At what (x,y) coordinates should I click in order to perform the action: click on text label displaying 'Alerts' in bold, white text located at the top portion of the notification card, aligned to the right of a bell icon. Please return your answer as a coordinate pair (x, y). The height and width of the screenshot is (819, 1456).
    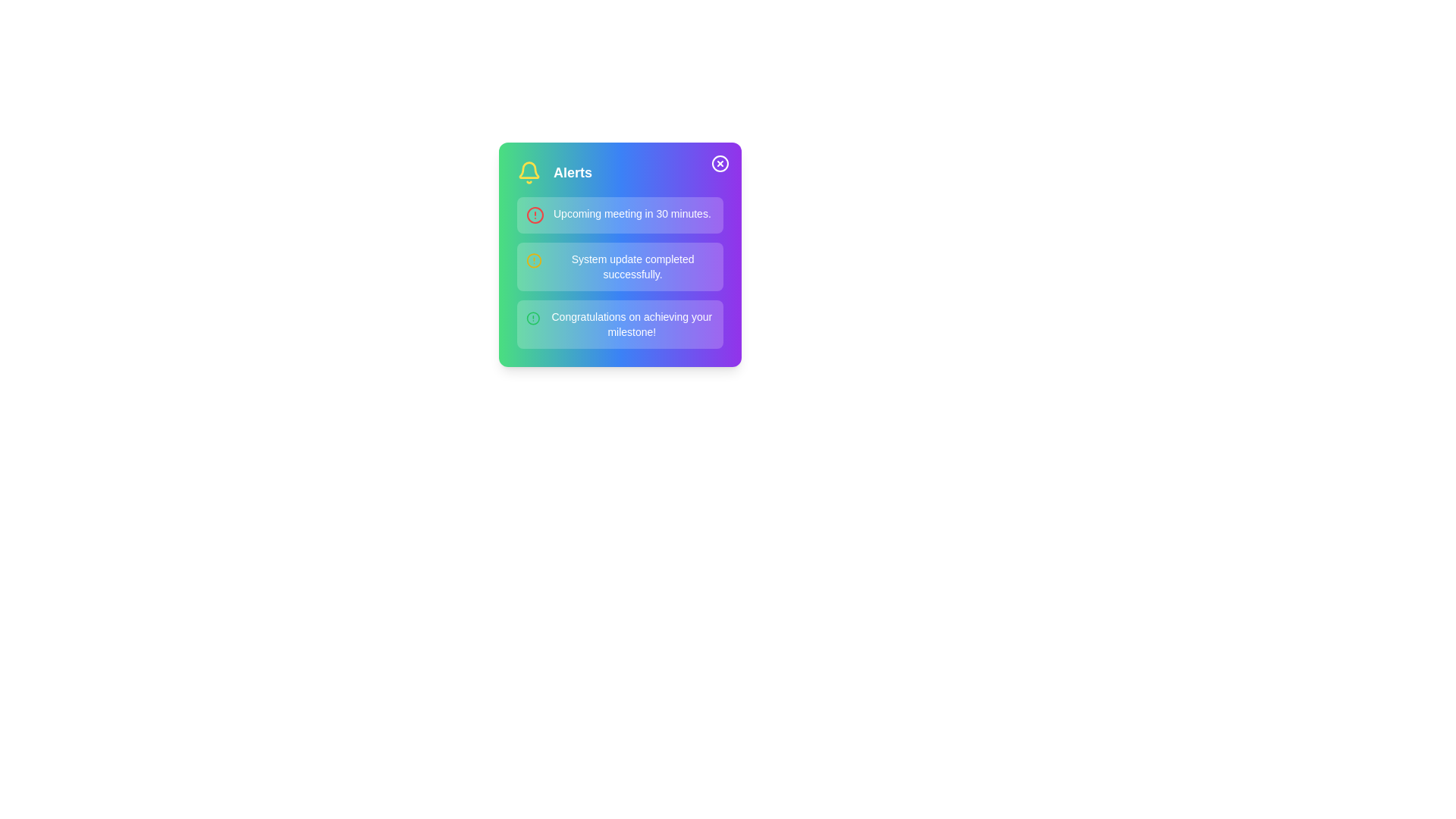
    Looking at the image, I should click on (572, 171).